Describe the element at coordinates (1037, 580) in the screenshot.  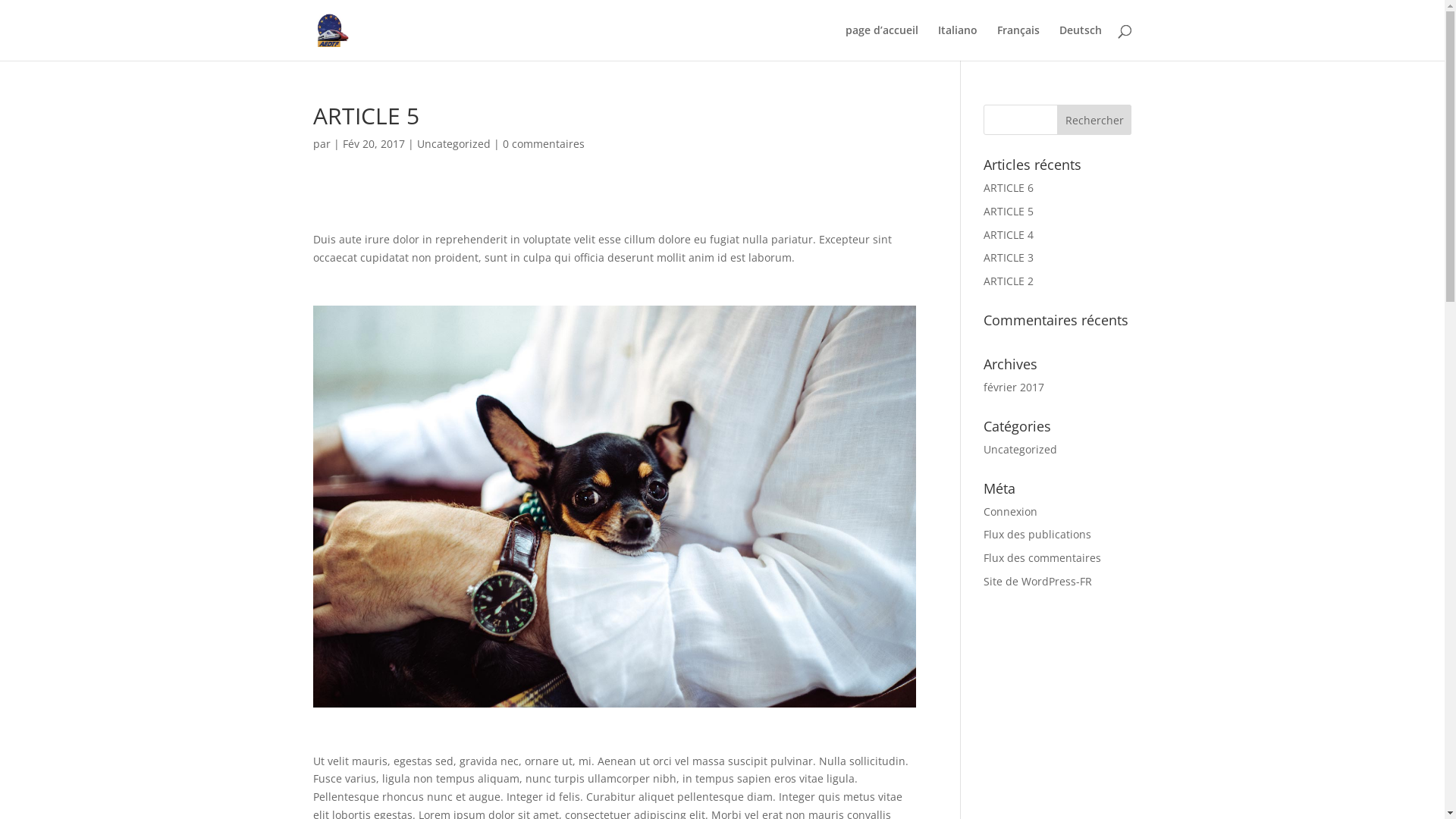
I see `'Site de WordPress-FR'` at that location.